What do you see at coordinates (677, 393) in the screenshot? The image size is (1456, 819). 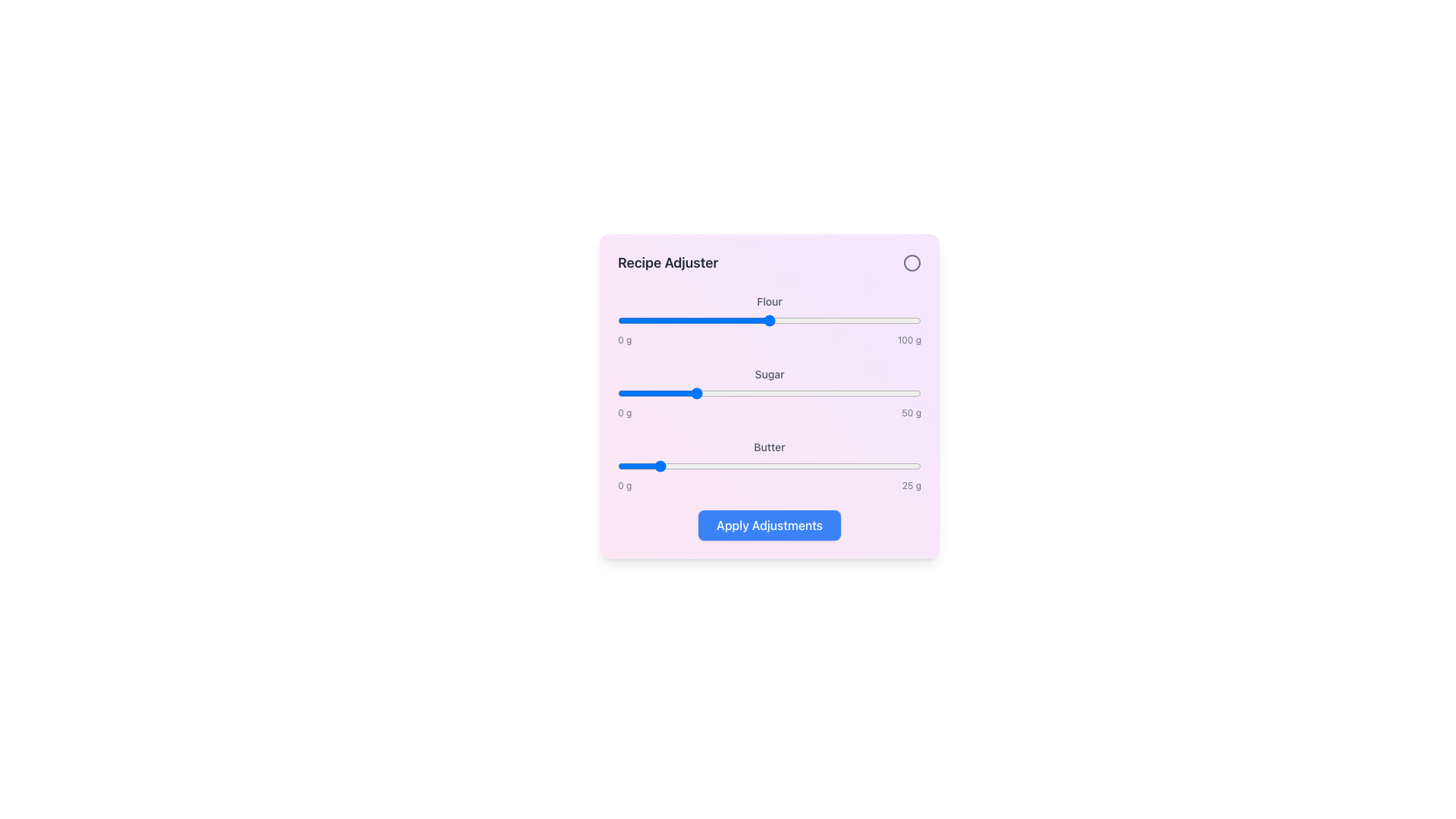 I see `sugar slider` at bounding box center [677, 393].